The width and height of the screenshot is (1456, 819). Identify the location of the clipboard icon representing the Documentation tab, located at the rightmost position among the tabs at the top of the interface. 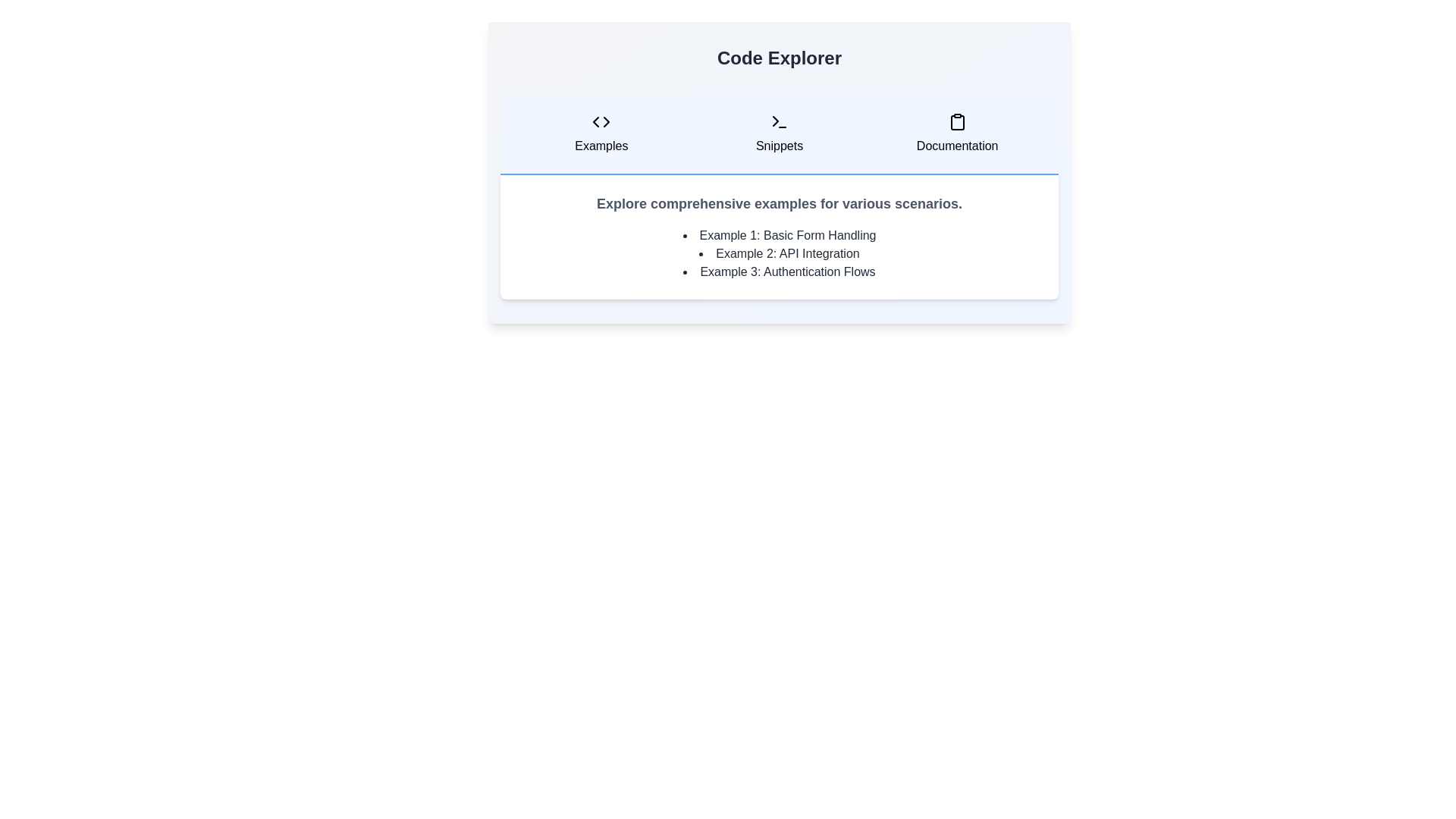
(956, 121).